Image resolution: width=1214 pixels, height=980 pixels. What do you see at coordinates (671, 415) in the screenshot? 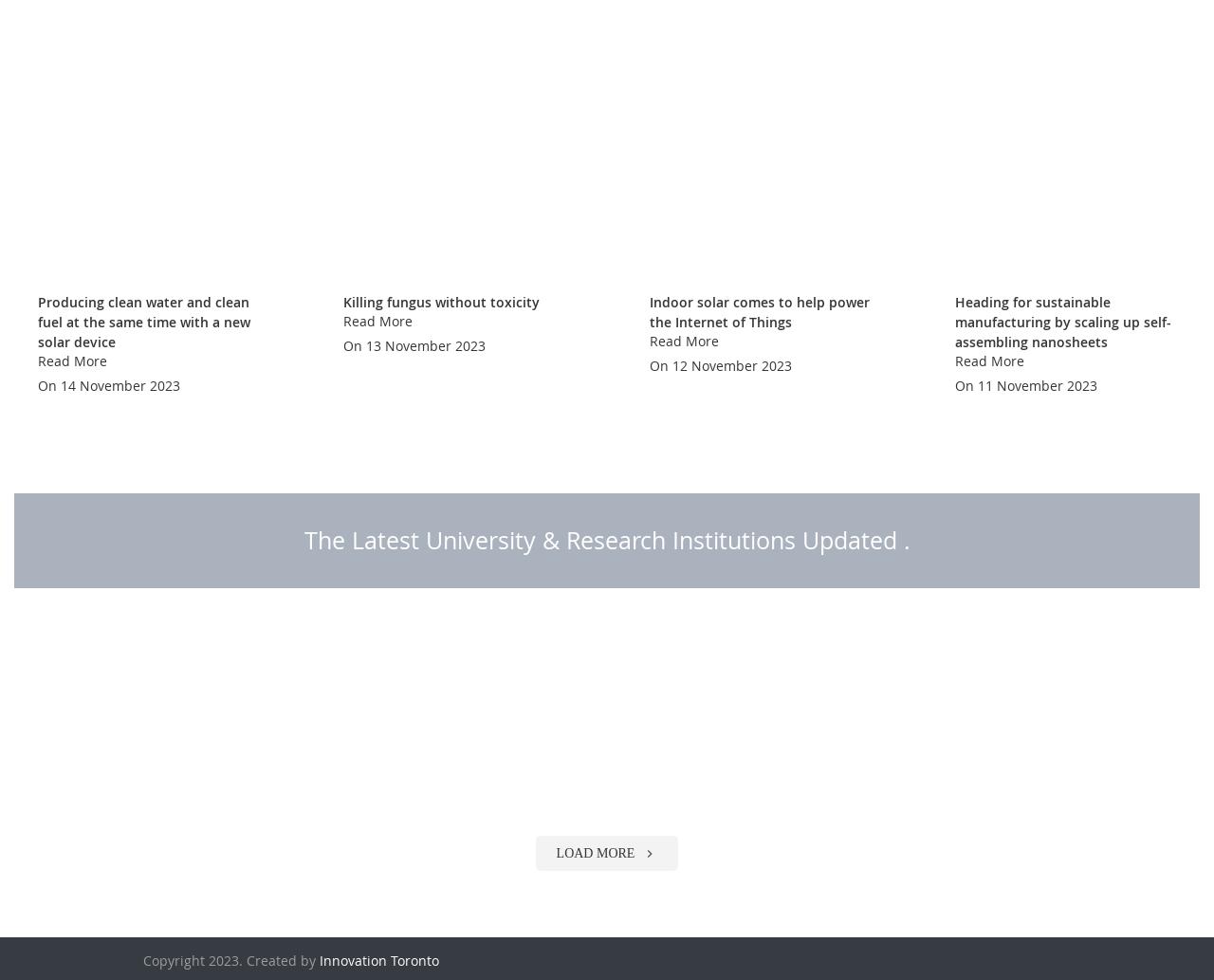
I see `'12 November 2023'` at bounding box center [671, 415].